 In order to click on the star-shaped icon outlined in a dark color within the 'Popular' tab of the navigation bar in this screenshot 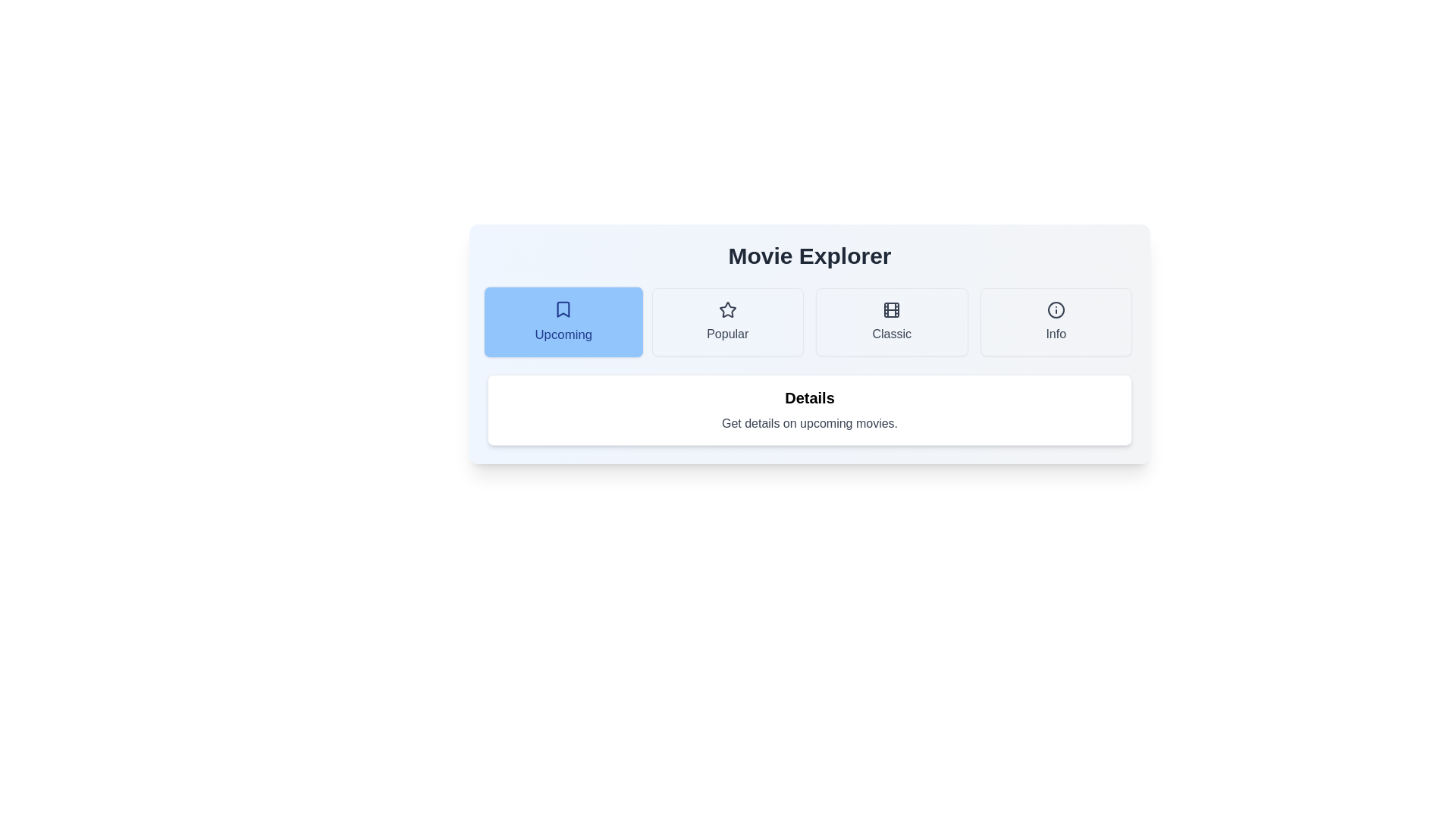, I will do `click(726, 309)`.